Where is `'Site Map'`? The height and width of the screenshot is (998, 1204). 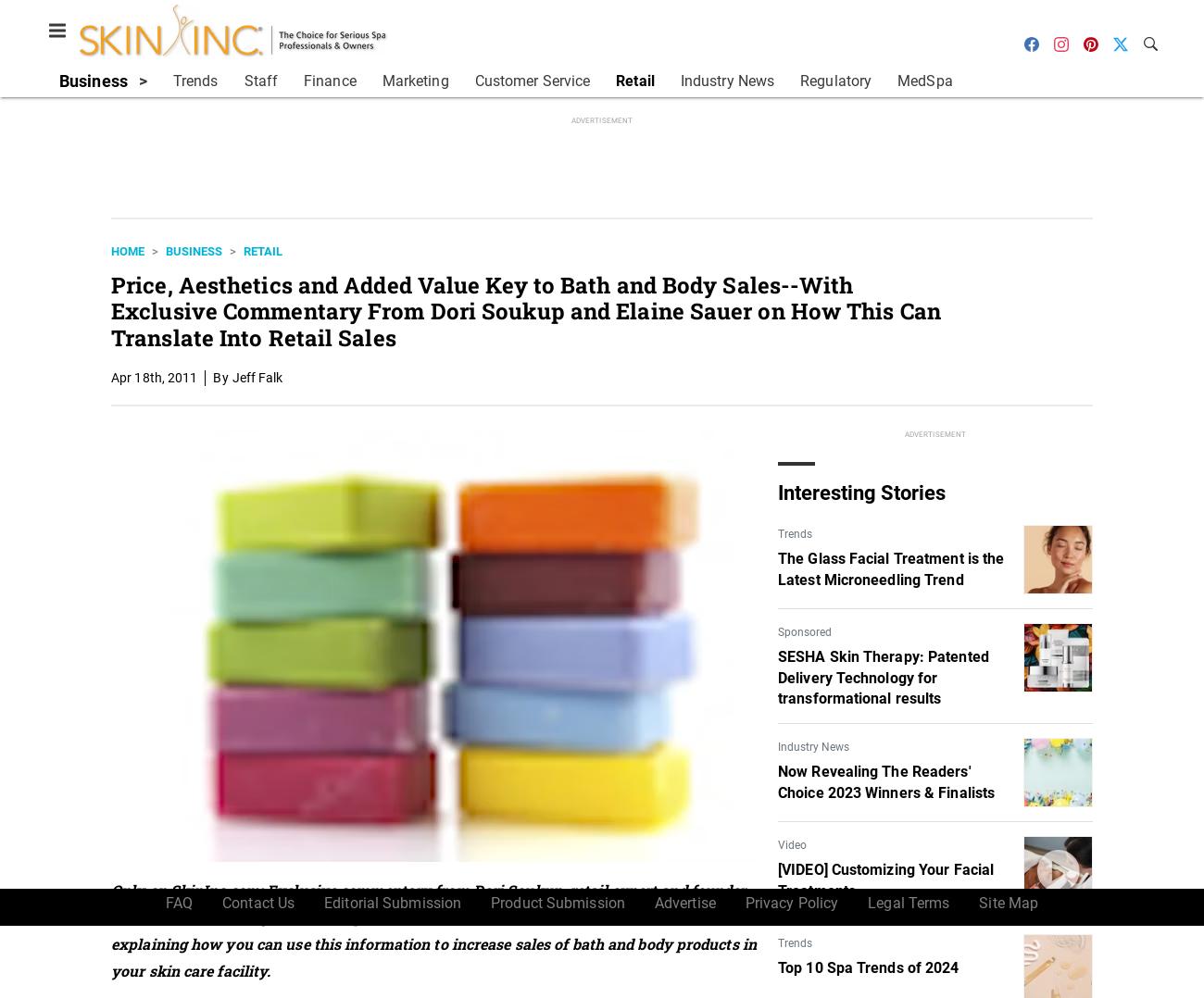
'Site Map' is located at coordinates (1008, 903).